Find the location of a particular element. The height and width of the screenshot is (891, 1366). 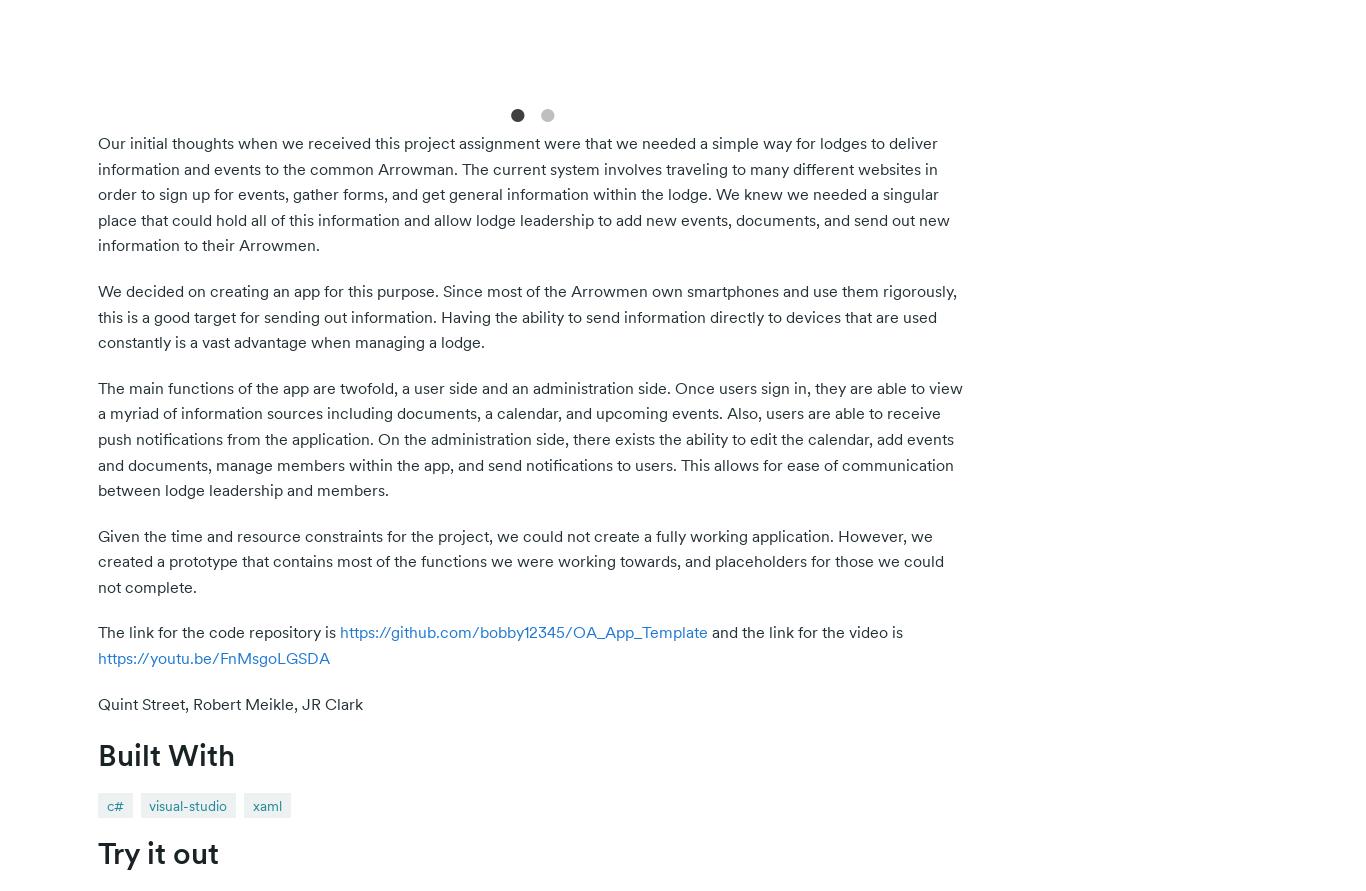

'We decided on creating an app for this purpose. Since most of the Arrowmen own smartphones and use them rigorously, this is a good target for sending out information. Having the ability to send information directly to devices that are used constantly is a vast advantage when managing a lodge.' is located at coordinates (527, 315).